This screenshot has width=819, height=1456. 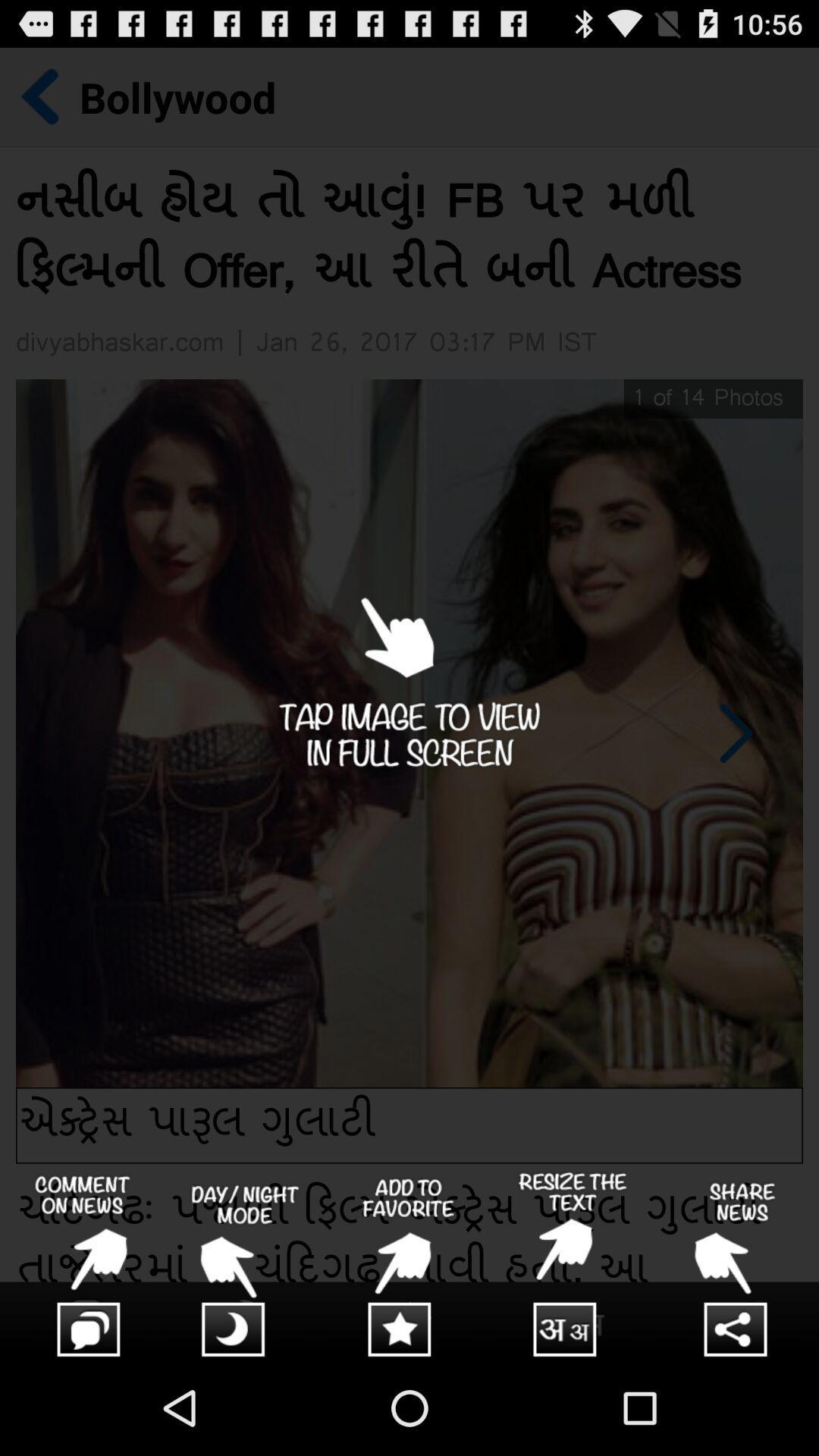 I want to click on comment box, so click(x=82, y=1266).